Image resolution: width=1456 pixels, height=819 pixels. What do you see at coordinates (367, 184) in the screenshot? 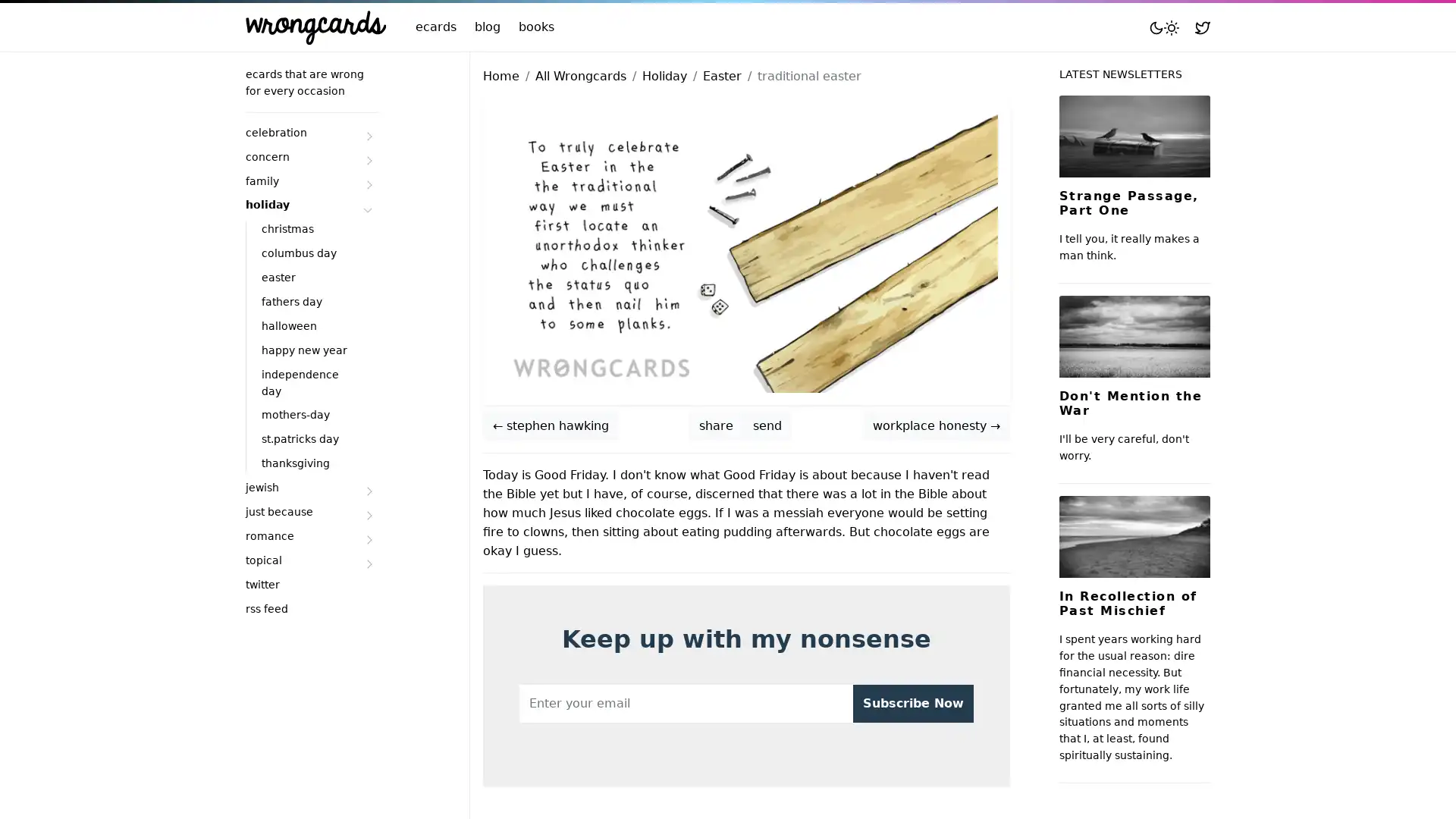
I see `Submenu` at bounding box center [367, 184].